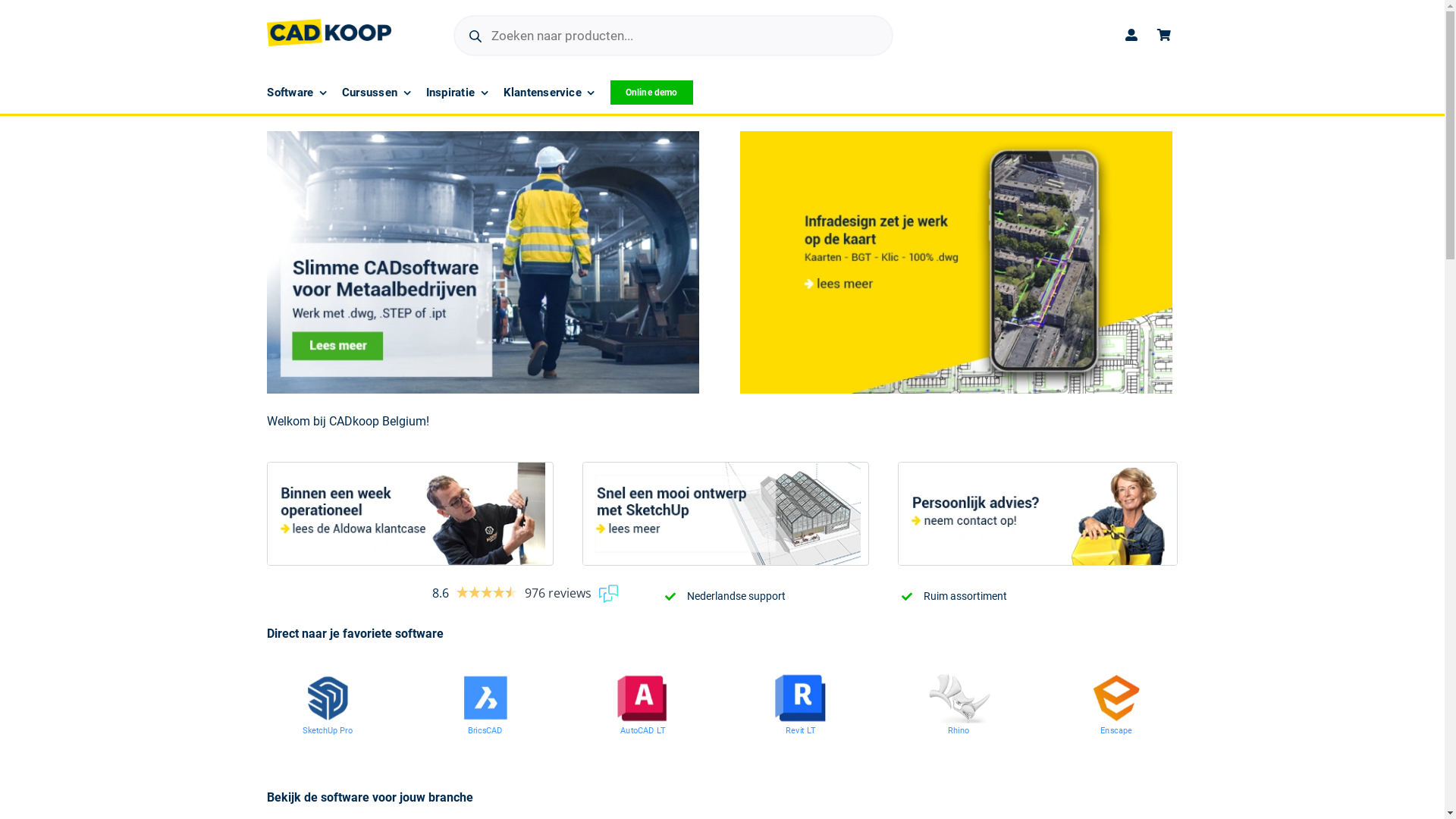 The image size is (1456, 819). I want to click on 'AutoCAD LT', so click(653, 731).